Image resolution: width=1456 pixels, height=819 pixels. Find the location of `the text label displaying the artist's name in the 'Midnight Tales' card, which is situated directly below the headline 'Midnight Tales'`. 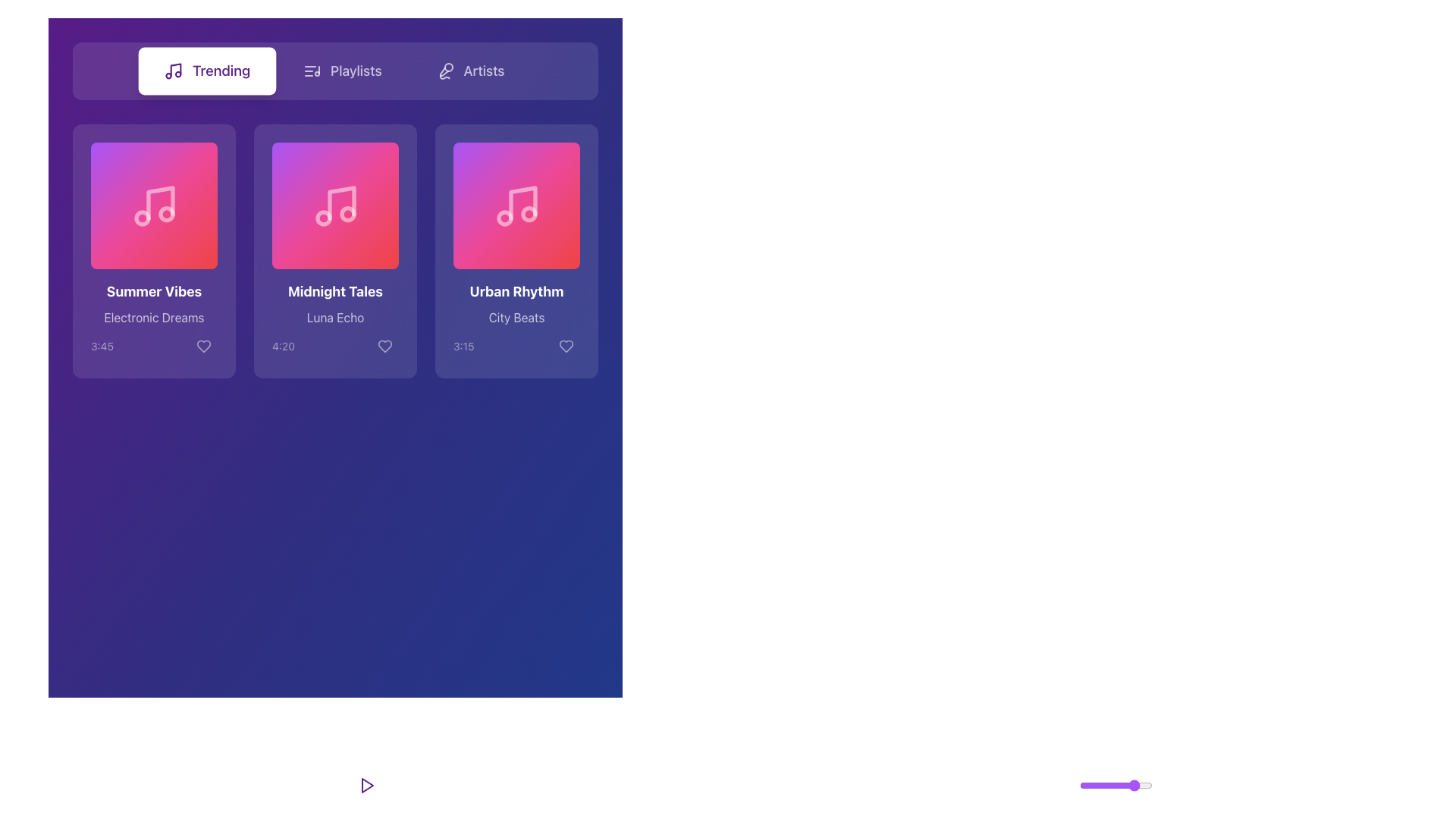

the text label displaying the artist's name in the 'Midnight Tales' card, which is situated directly below the headline 'Midnight Tales' is located at coordinates (334, 320).